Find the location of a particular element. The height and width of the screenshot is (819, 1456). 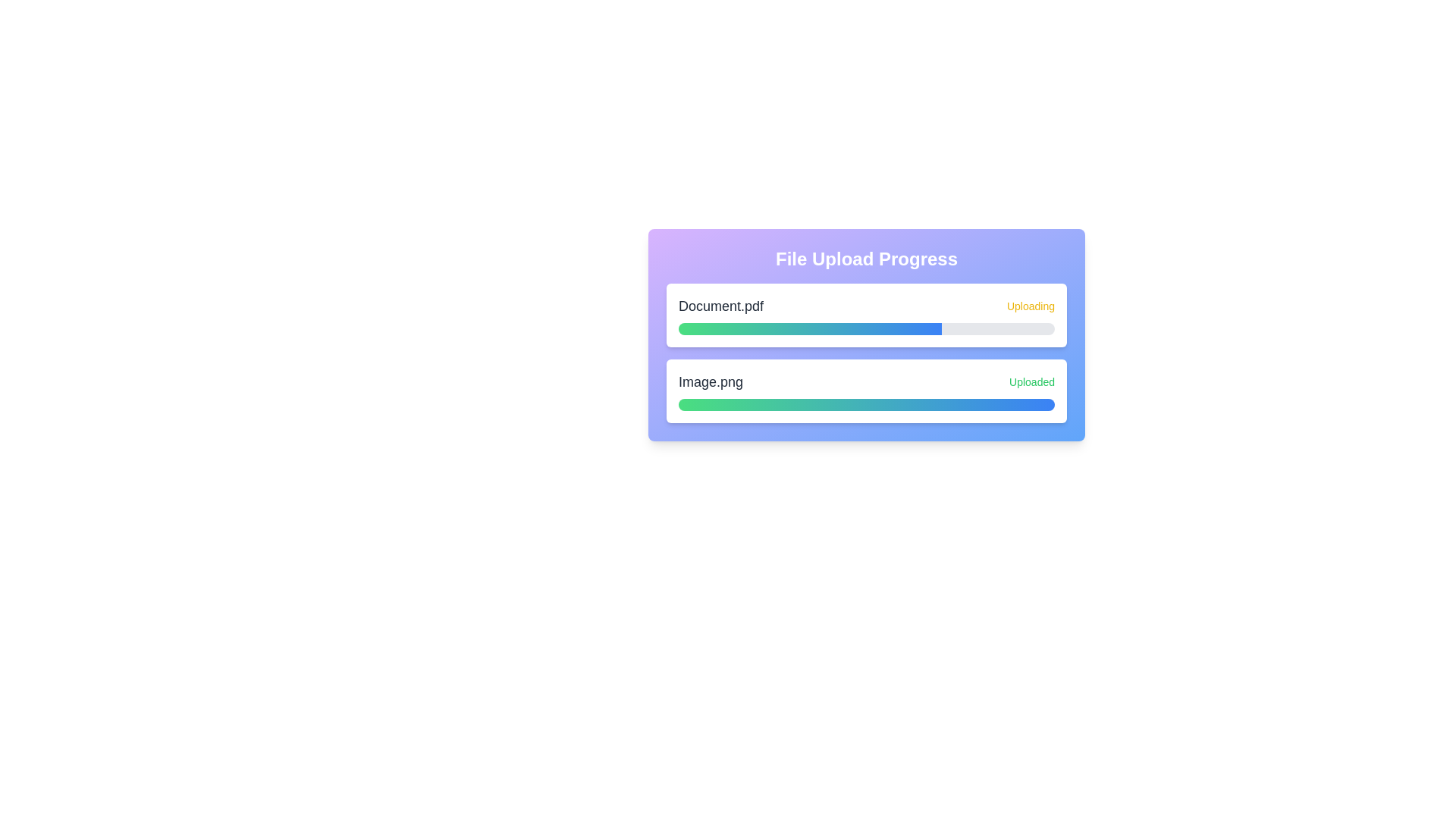

the text of the file name 'Document.pdf' for copying or highlighting is located at coordinates (720, 306).